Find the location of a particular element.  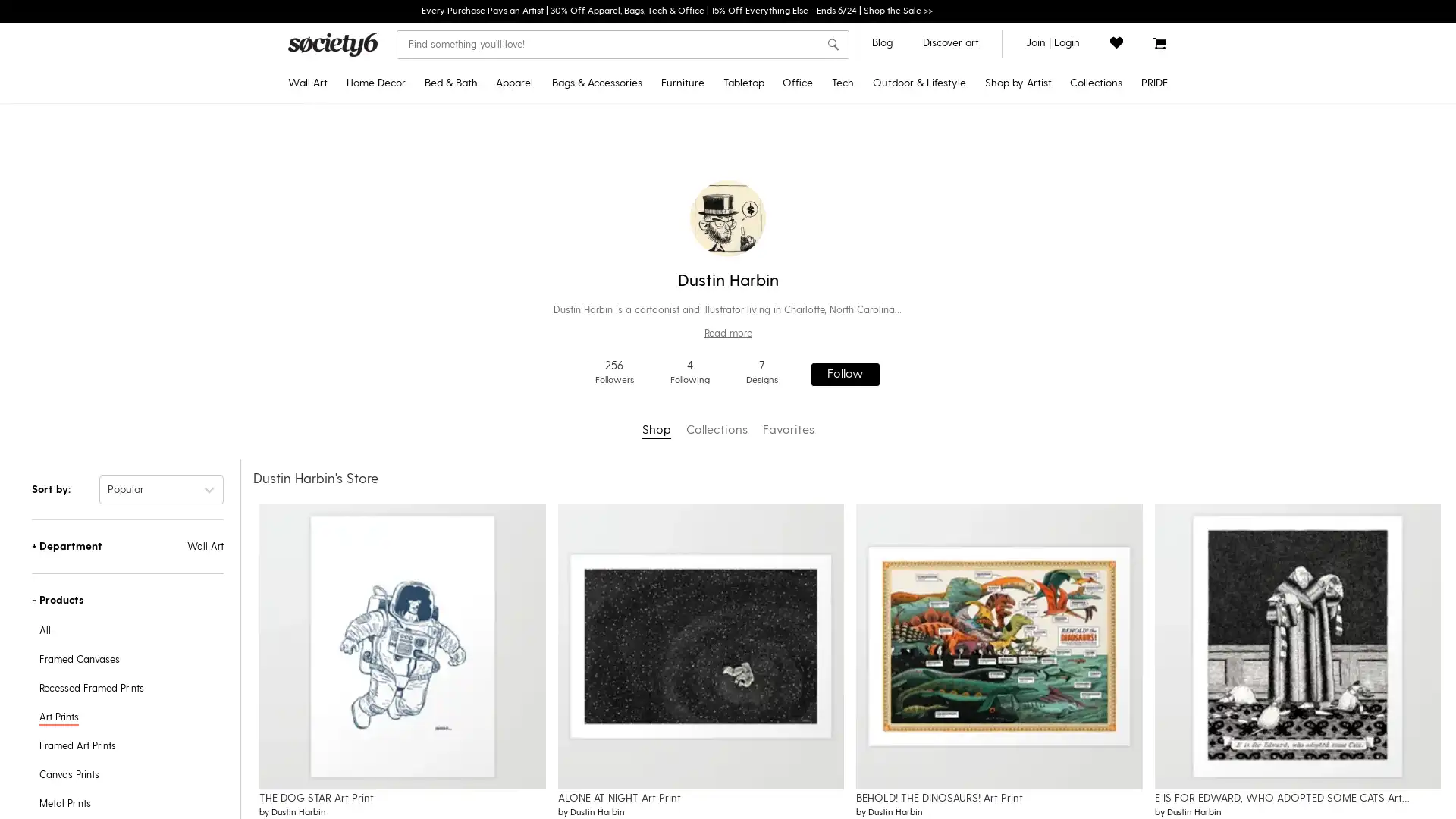

Pillow Shams is located at coordinates (483, 170).